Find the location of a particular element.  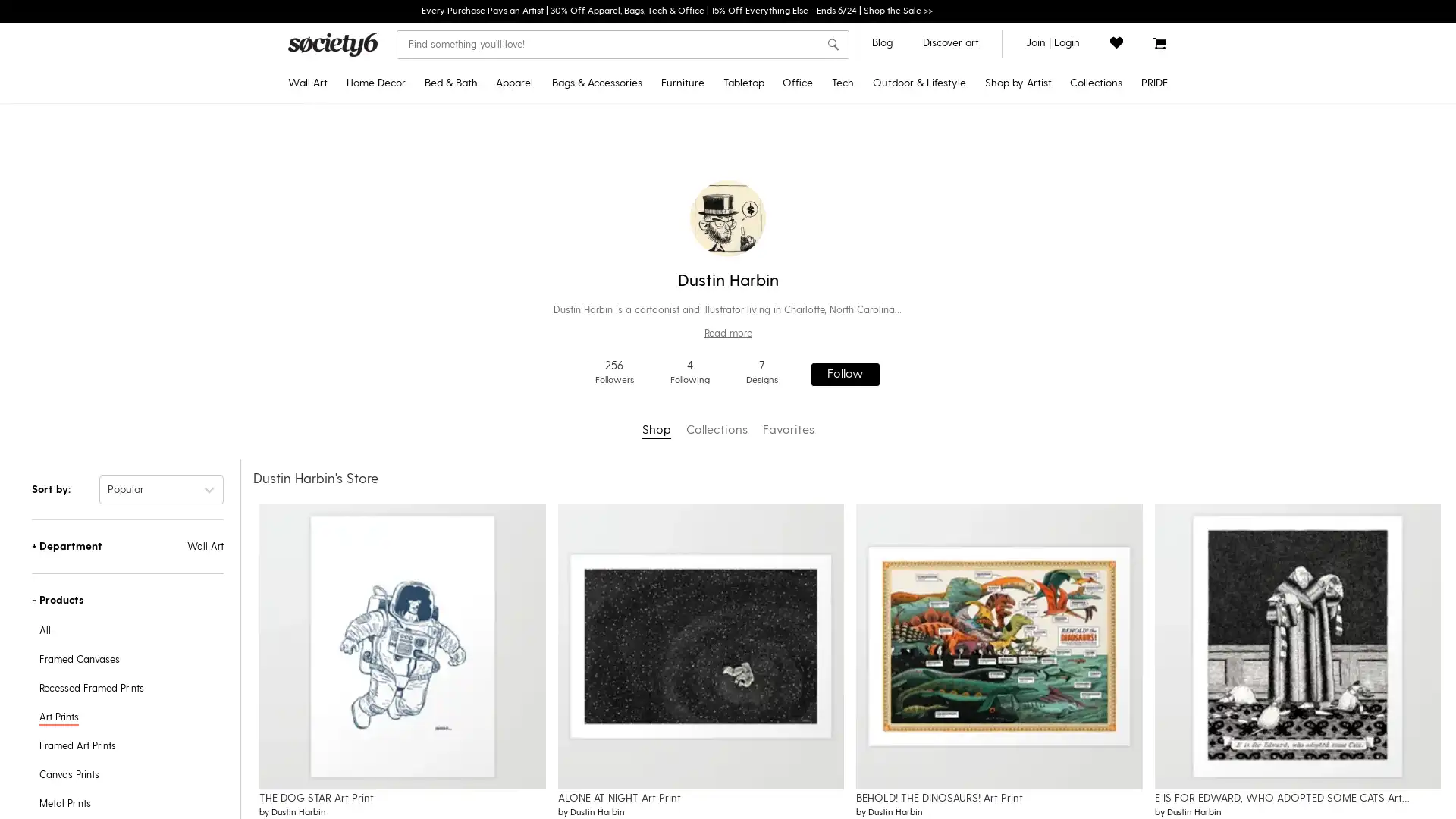

Pillow Shams is located at coordinates (483, 170).